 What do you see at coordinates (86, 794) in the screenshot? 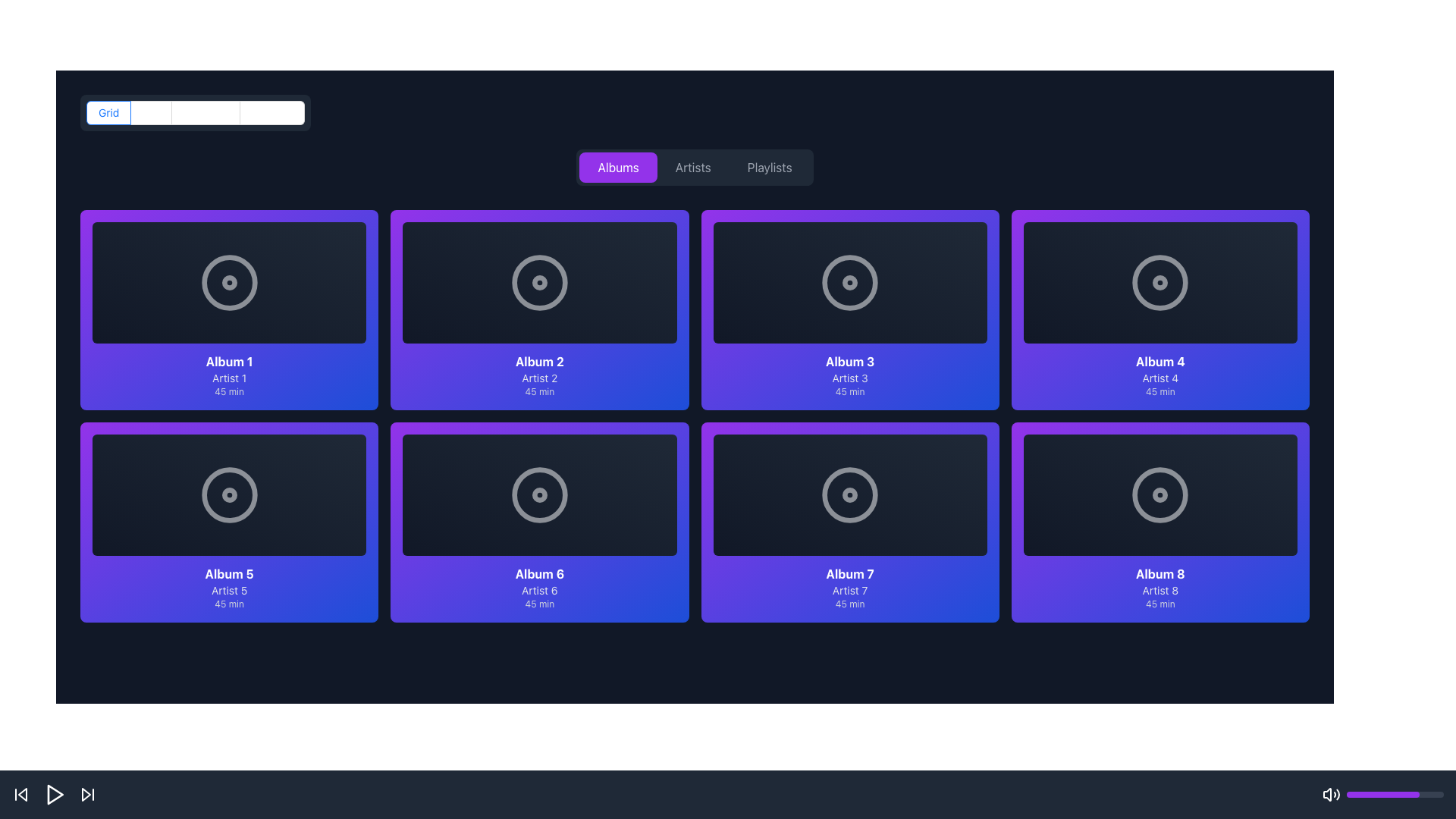
I see `the 'Skip Forward' button located at the rightmost position of the horizontal control bar` at bounding box center [86, 794].